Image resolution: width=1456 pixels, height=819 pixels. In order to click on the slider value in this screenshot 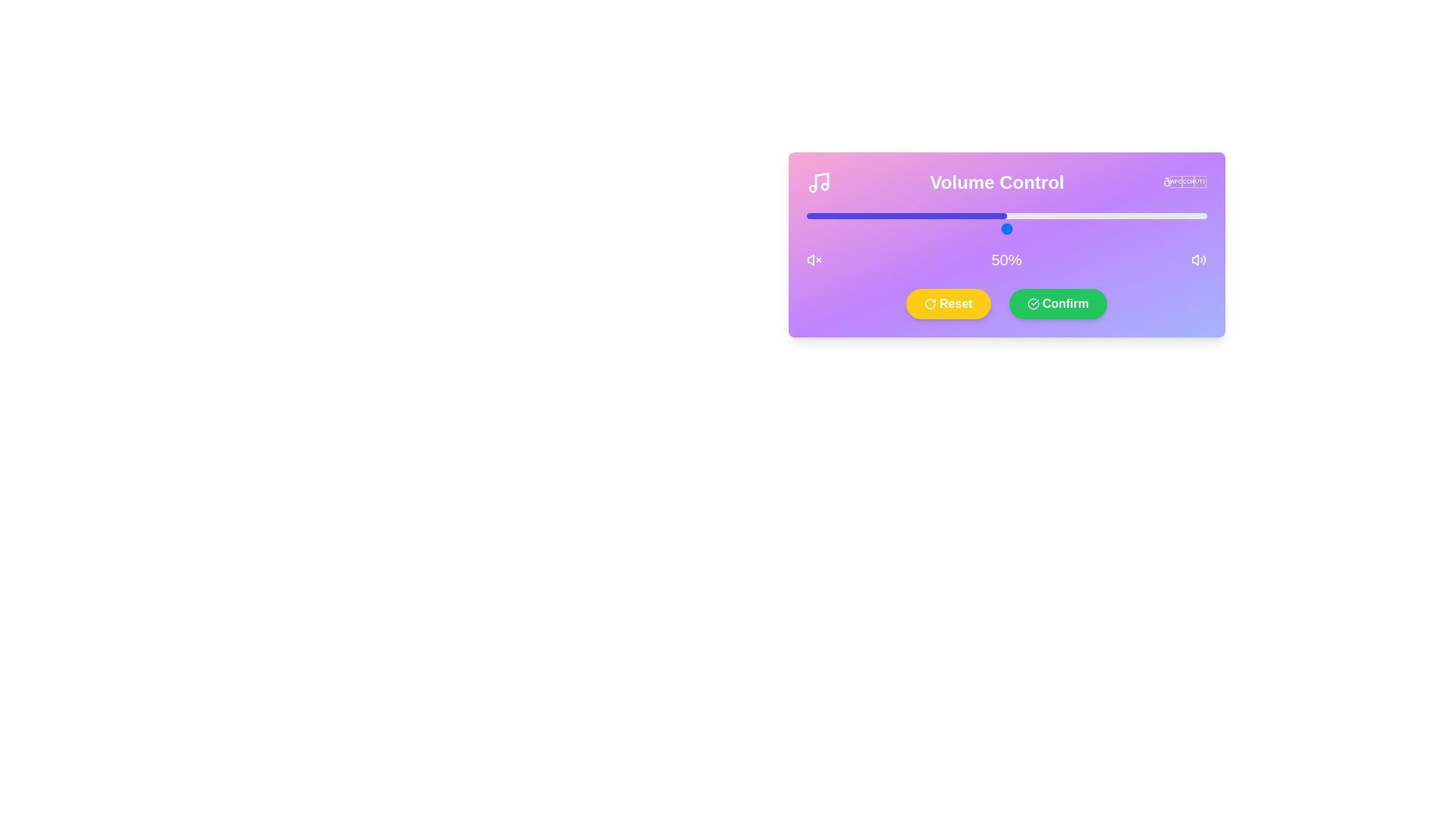, I will do `click(1194, 216)`.